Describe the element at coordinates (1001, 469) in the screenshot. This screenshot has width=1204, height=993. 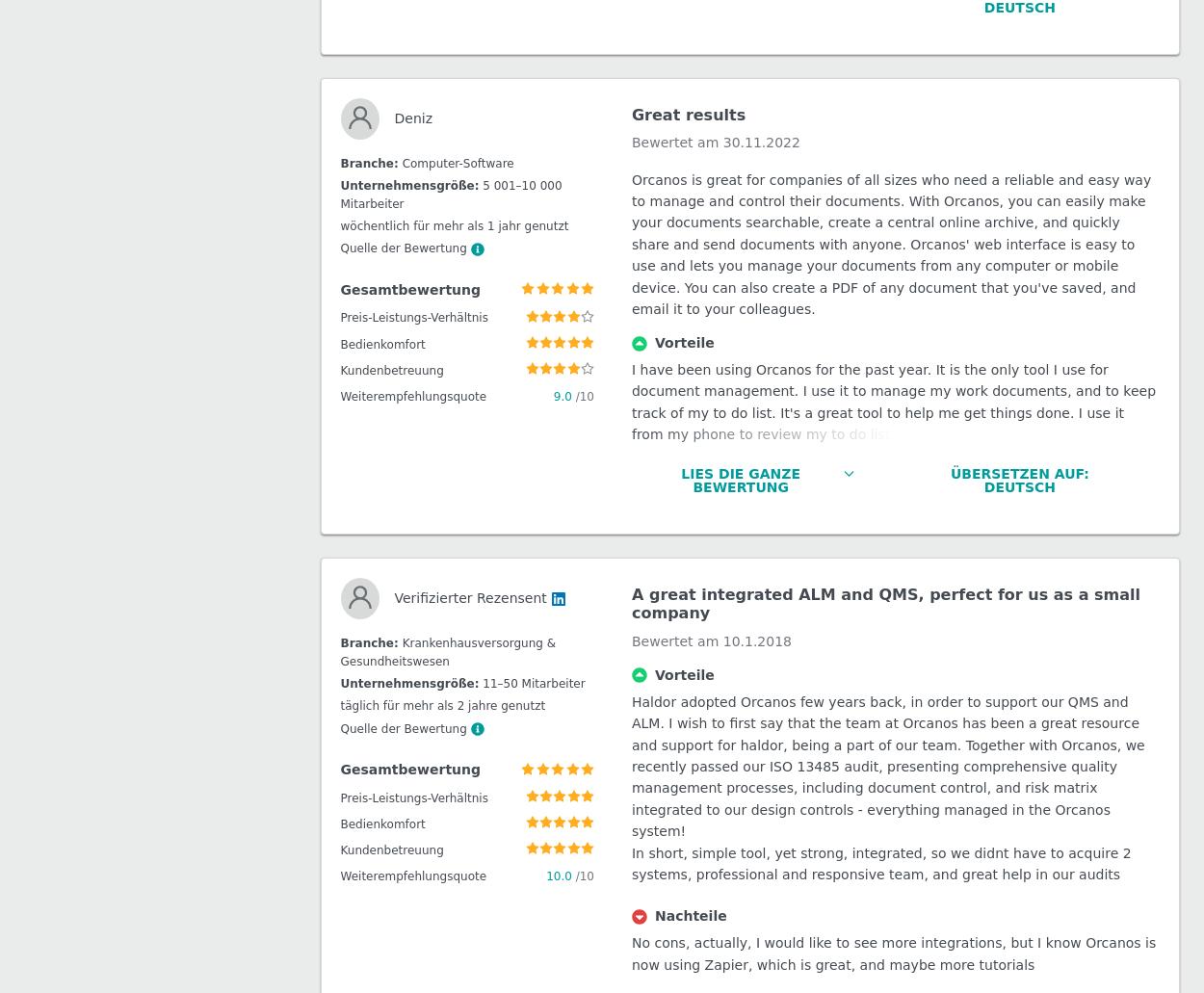
I see `'Österreich (Deutsch)'` at that location.